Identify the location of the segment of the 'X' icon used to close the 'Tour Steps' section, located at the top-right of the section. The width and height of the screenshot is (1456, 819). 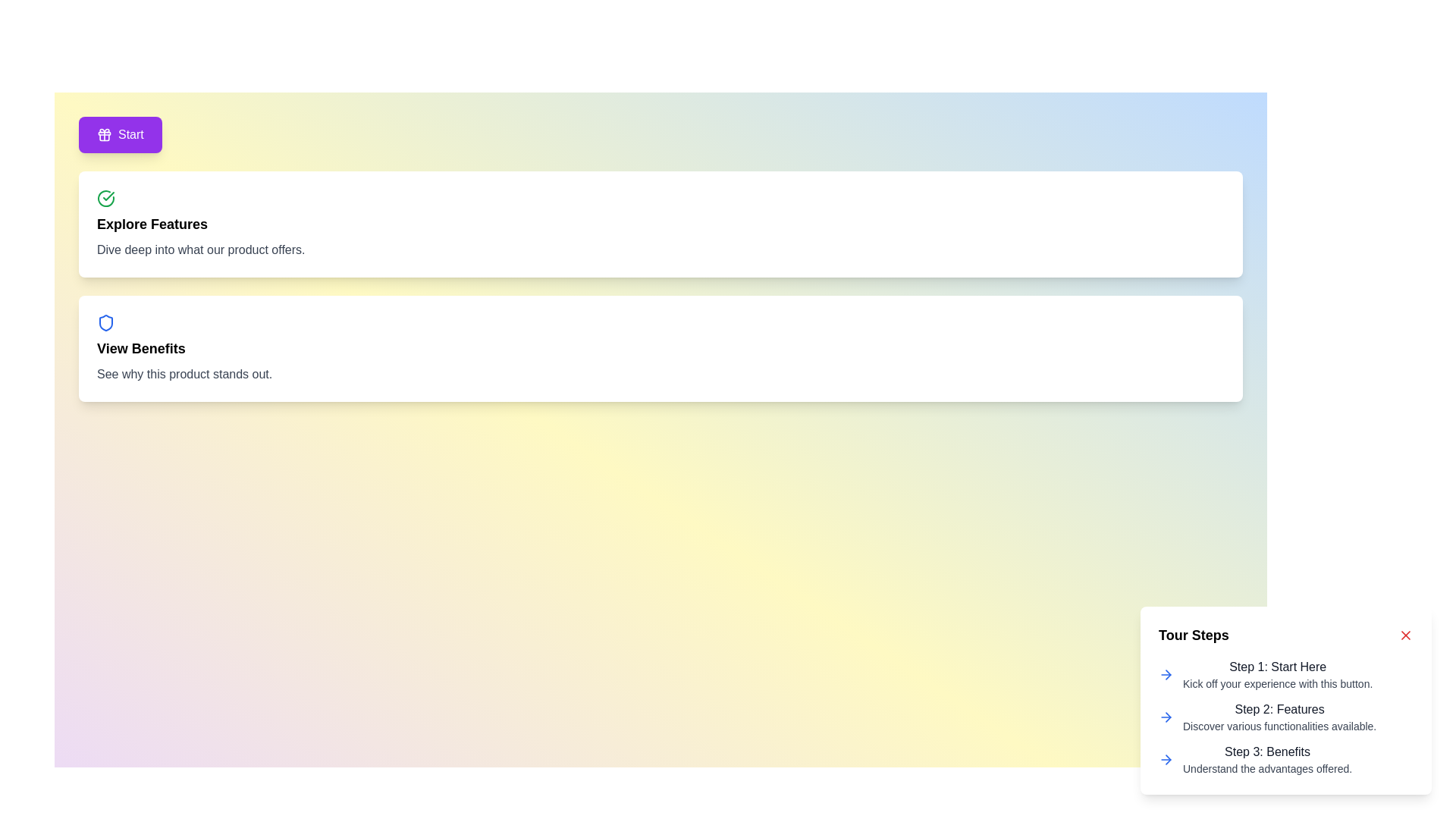
(1404, 635).